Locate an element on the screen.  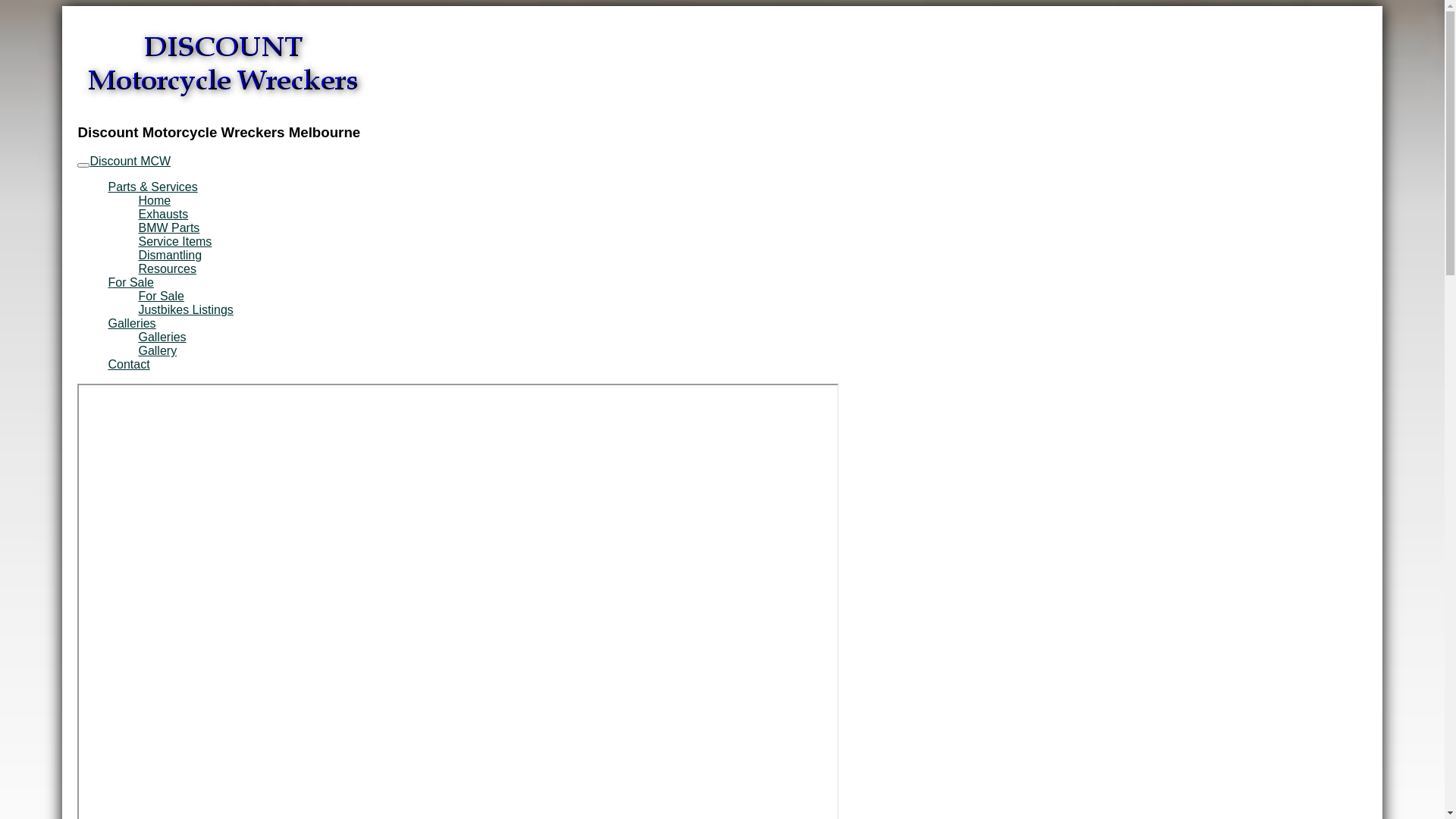
'Home' is located at coordinates (154, 199).